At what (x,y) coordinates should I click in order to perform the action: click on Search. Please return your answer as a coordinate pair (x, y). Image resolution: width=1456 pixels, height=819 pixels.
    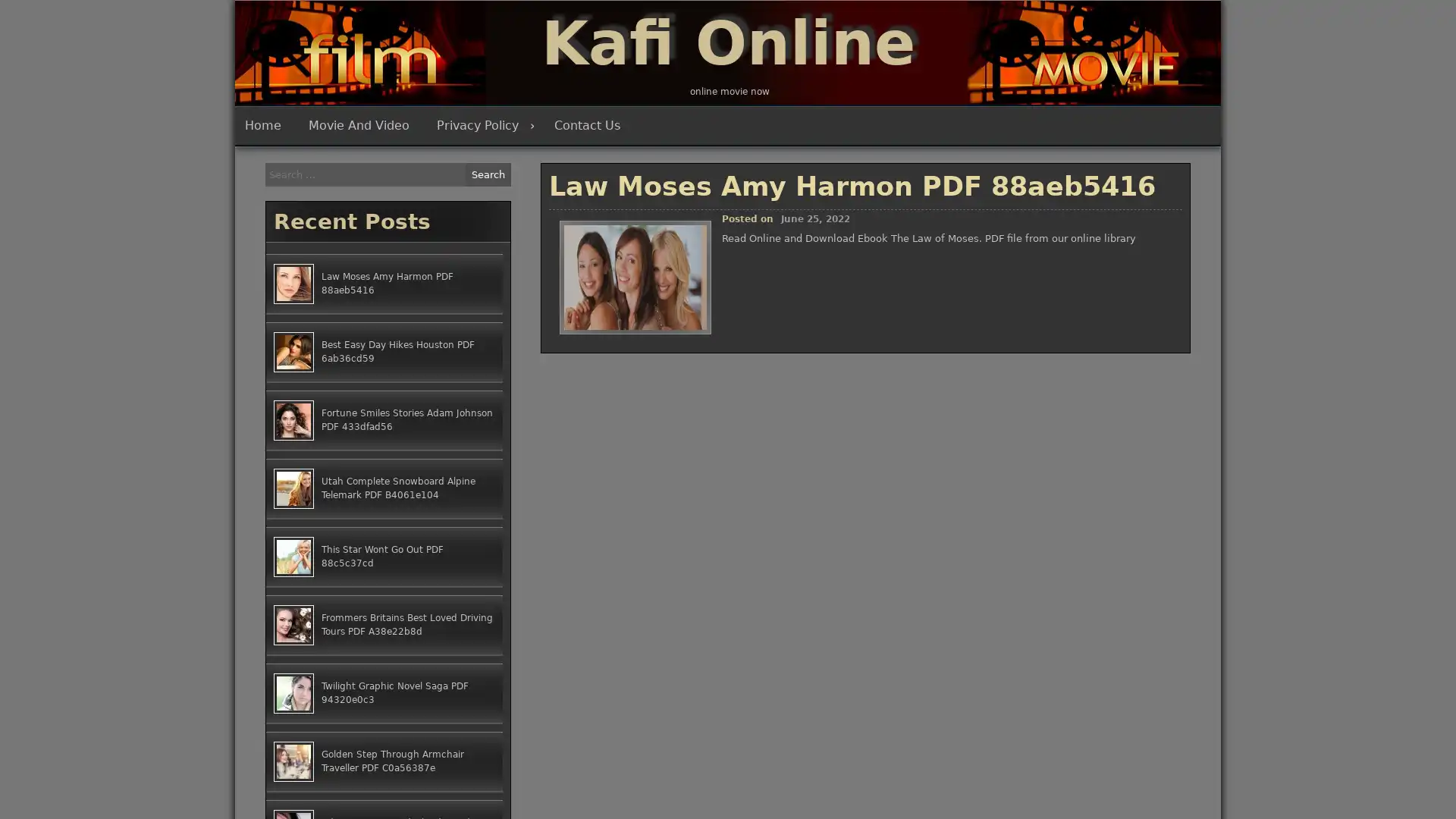
    Looking at the image, I should click on (488, 174).